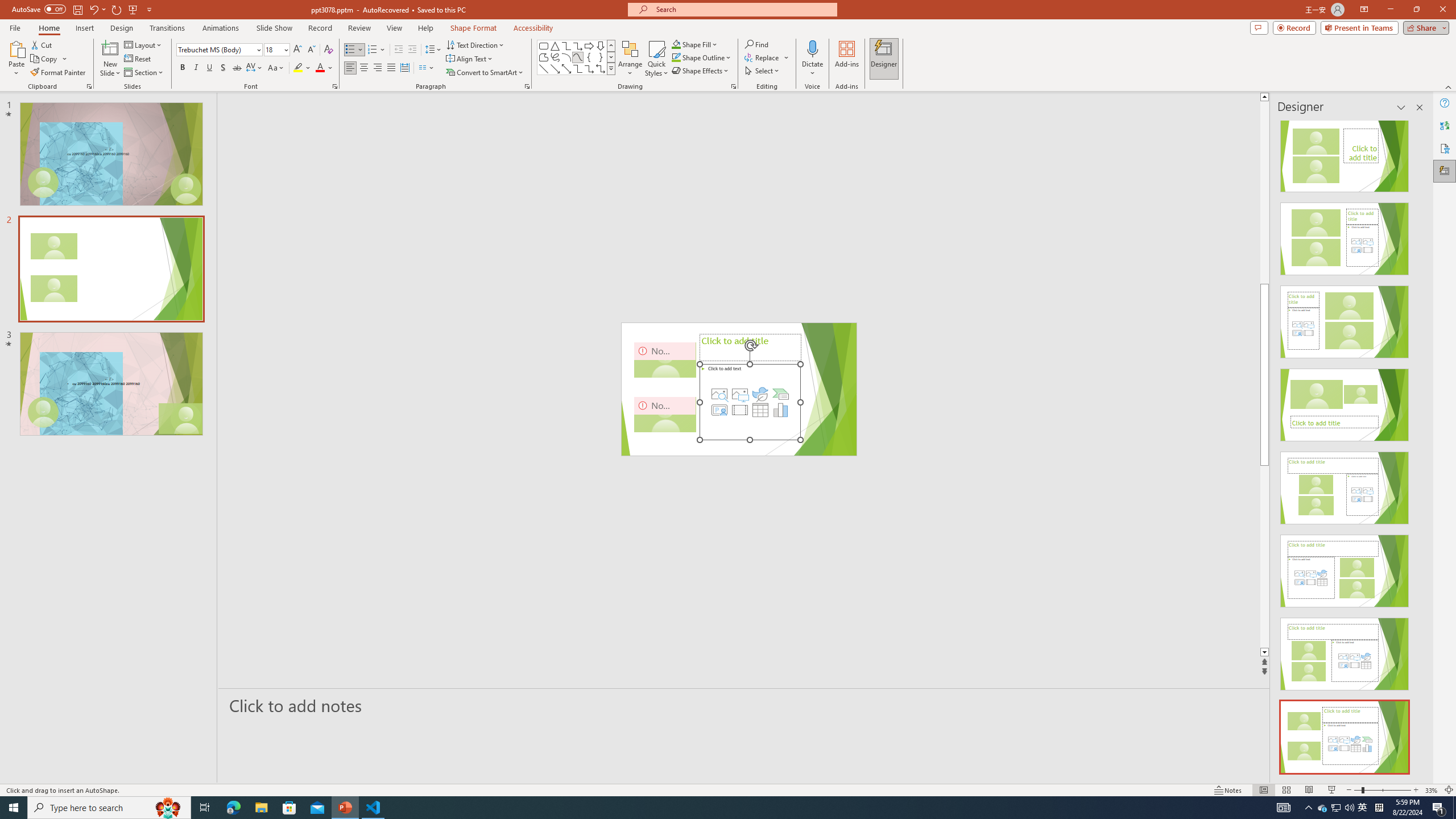 The image size is (1456, 819). I want to click on 'Insert a SmartArt Graphic', so click(781, 394).